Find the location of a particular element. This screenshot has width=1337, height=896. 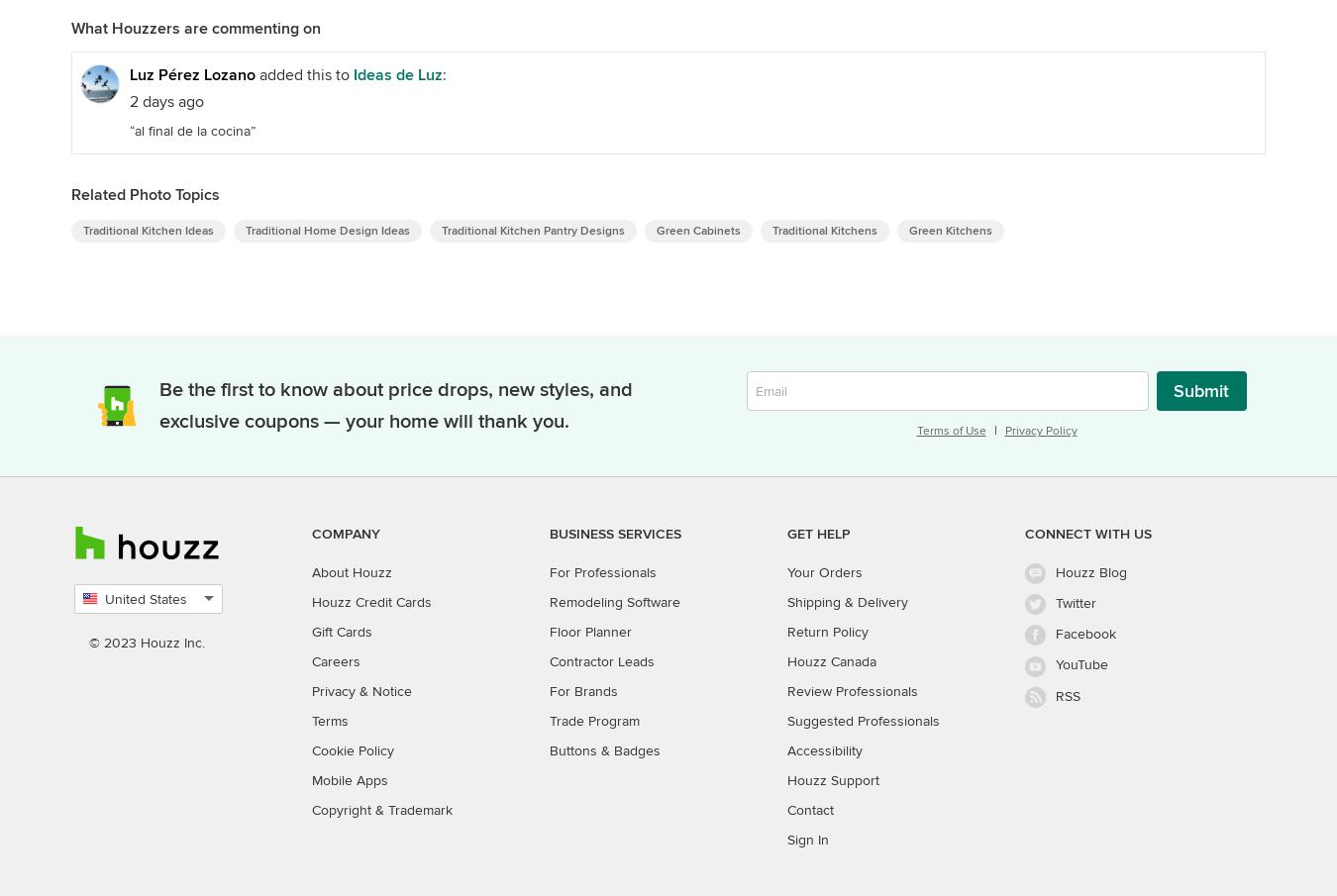

'Suggested Professionals' is located at coordinates (863, 720).